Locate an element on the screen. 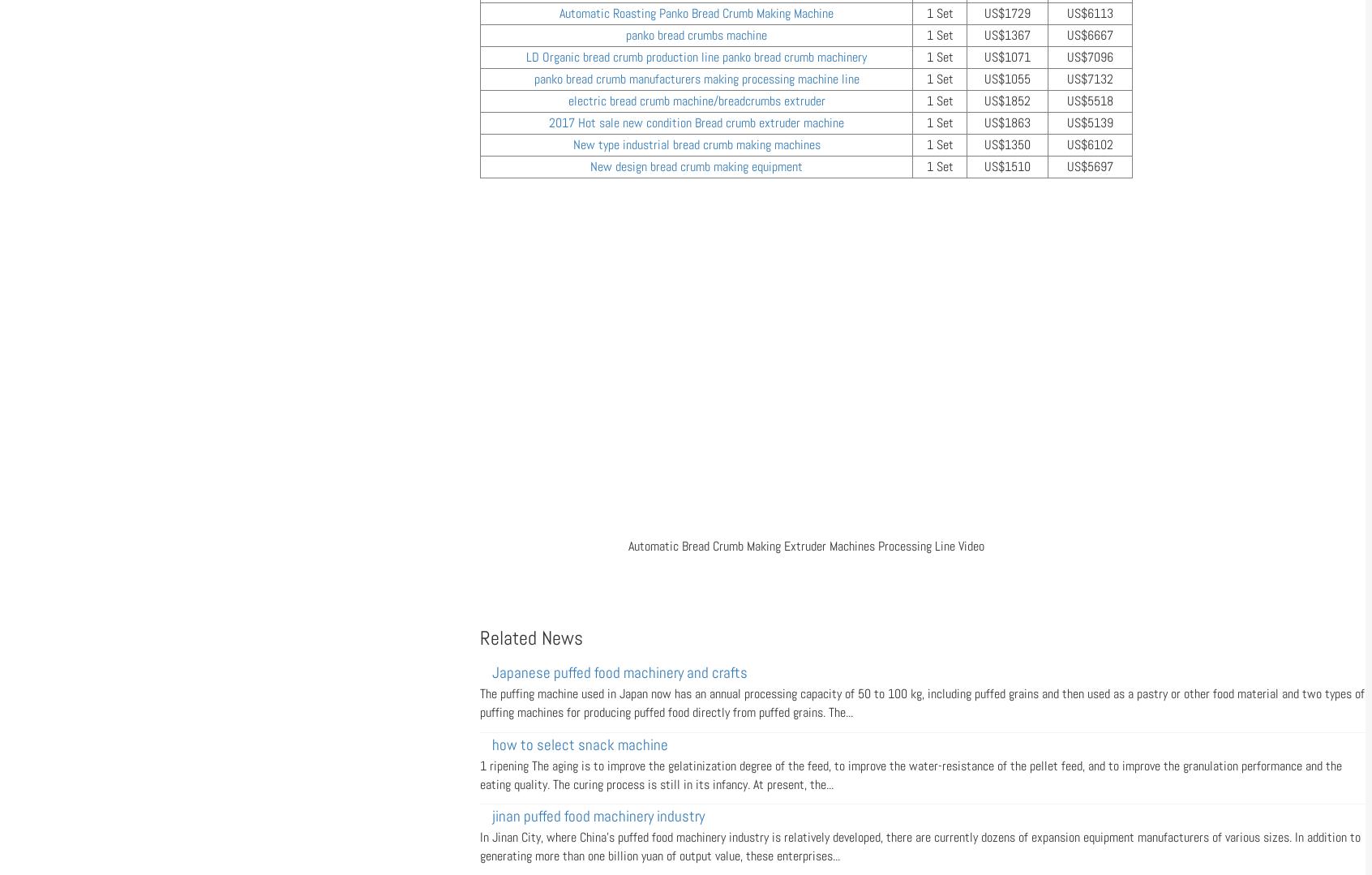 The image size is (1372, 875). 'US$7096' is located at coordinates (1066, 56).